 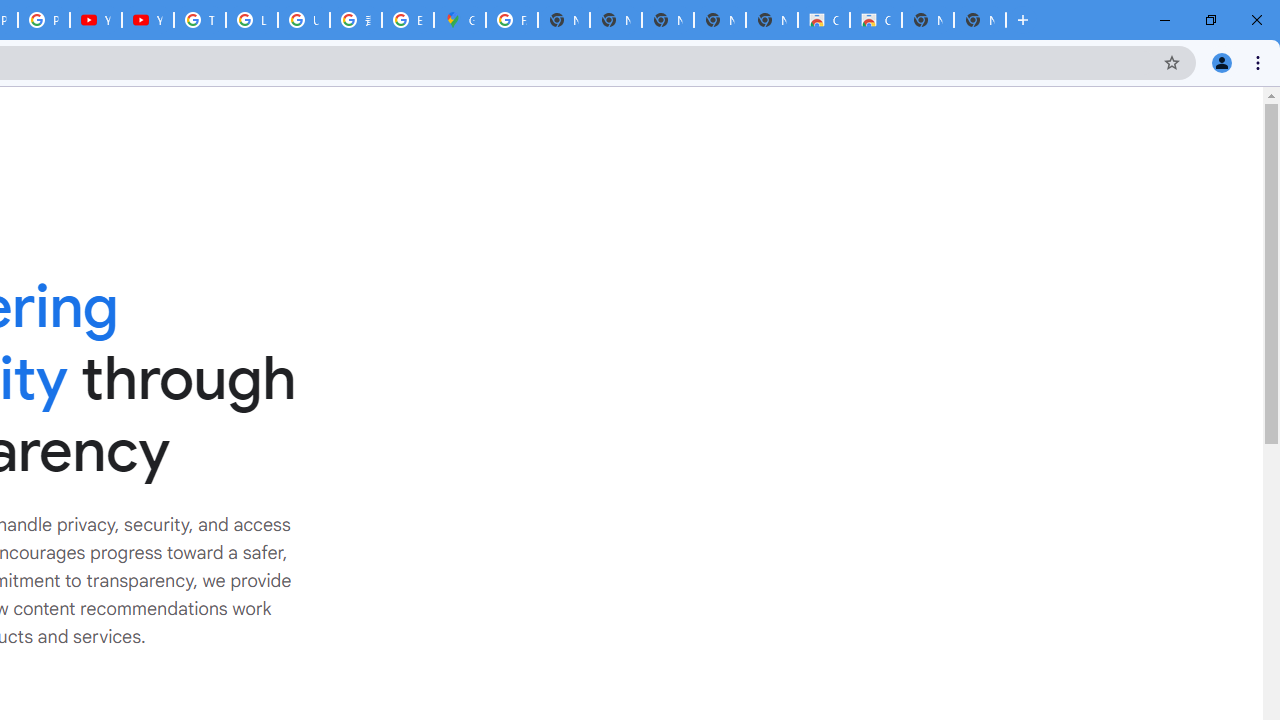 I want to click on 'YouTube', so click(x=146, y=20).